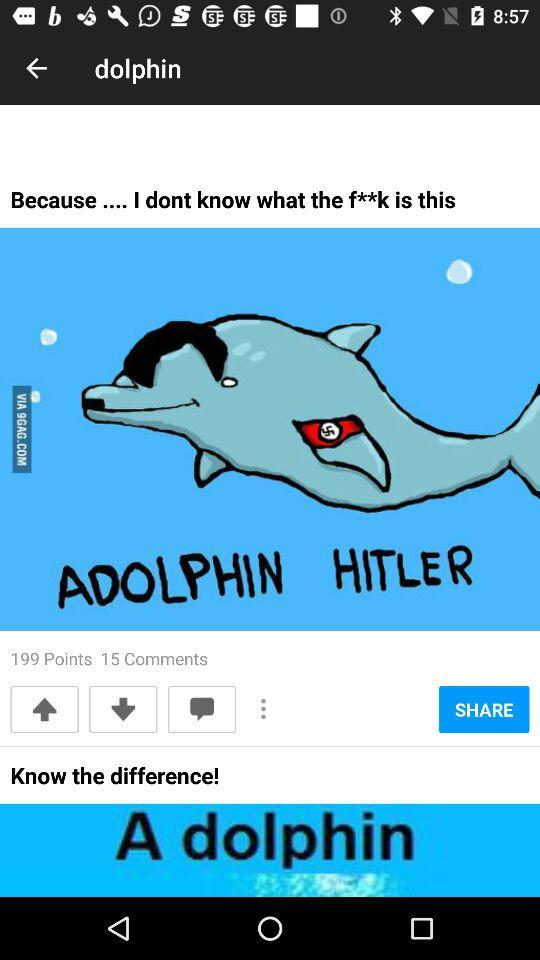  Describe the element at coordinates (123, 709) in the screenshot. I see `icon below 199 points 	15 icon` at that location.